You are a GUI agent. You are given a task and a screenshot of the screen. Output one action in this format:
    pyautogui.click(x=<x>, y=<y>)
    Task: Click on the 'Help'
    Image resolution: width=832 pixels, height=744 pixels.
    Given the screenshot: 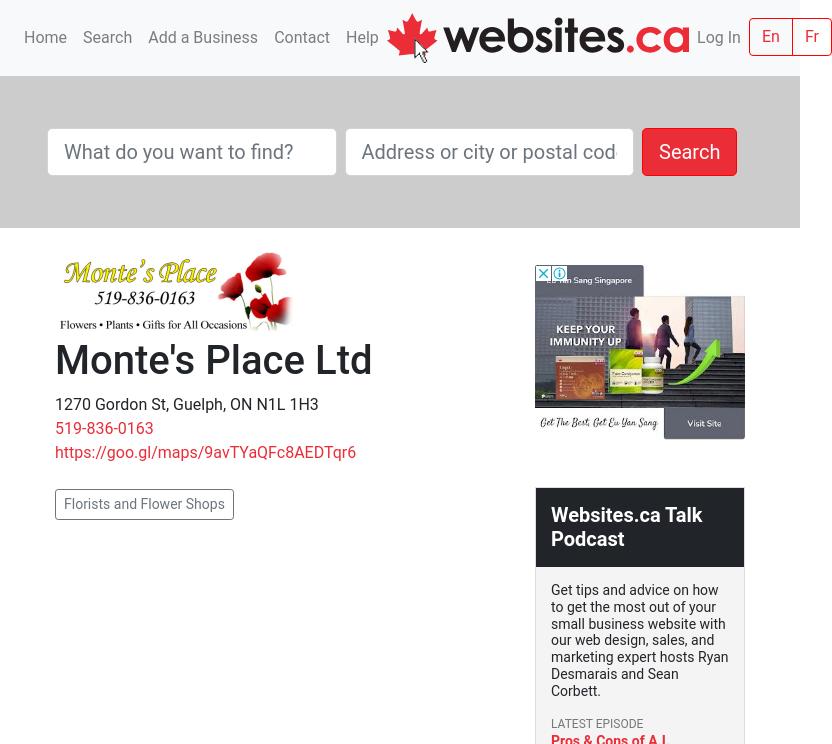 What is the action you would take?
    pyautogui.click(x=346, y=36)
    